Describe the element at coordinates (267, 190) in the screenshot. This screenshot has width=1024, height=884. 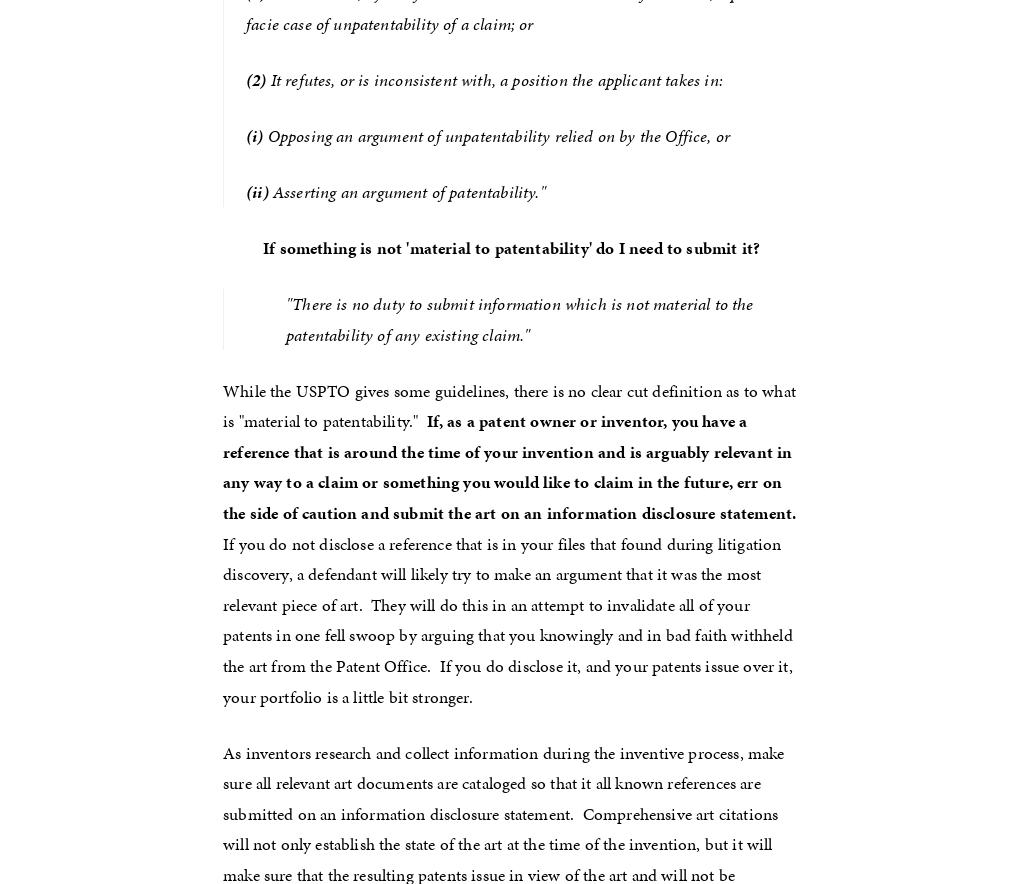
I see `'Asserting an argument of patentability."'` at that location.